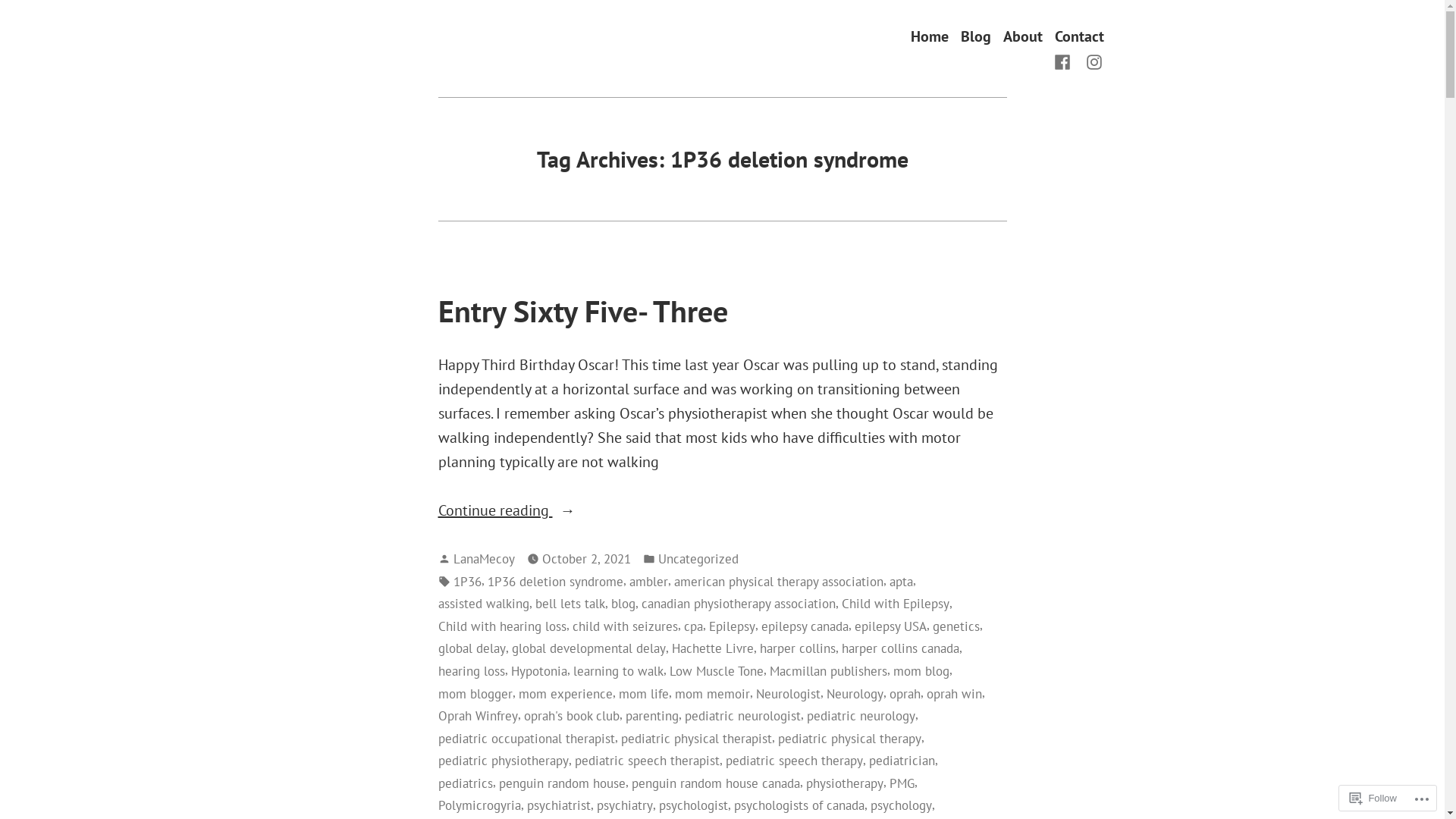 The width and height of the screenshot is (1456, 819). Describe the element at coordinates (466, 581) in the screenshot. I see `'1P36'` at that location.